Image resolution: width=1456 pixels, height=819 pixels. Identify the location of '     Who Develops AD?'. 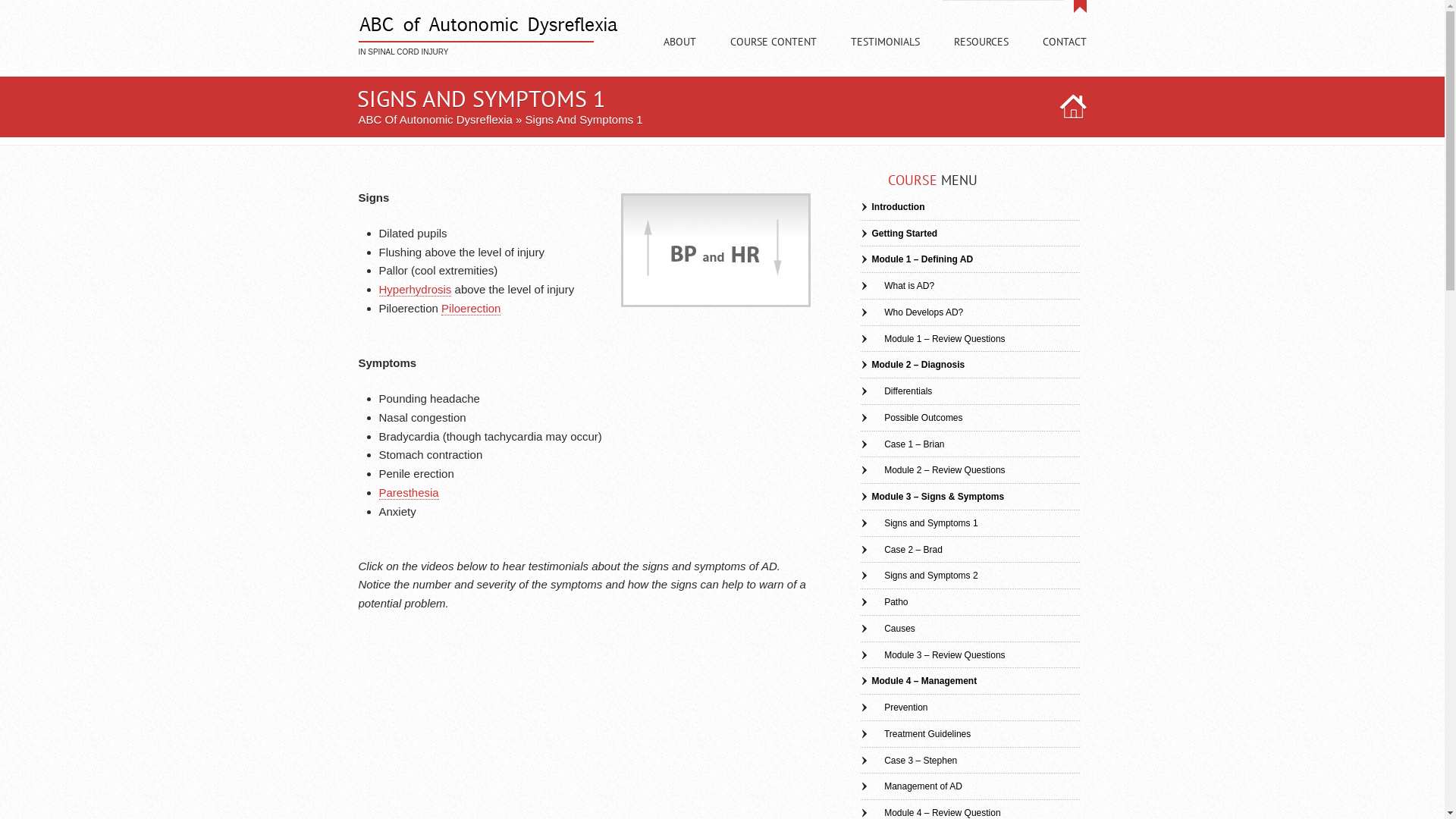
(910, 312).